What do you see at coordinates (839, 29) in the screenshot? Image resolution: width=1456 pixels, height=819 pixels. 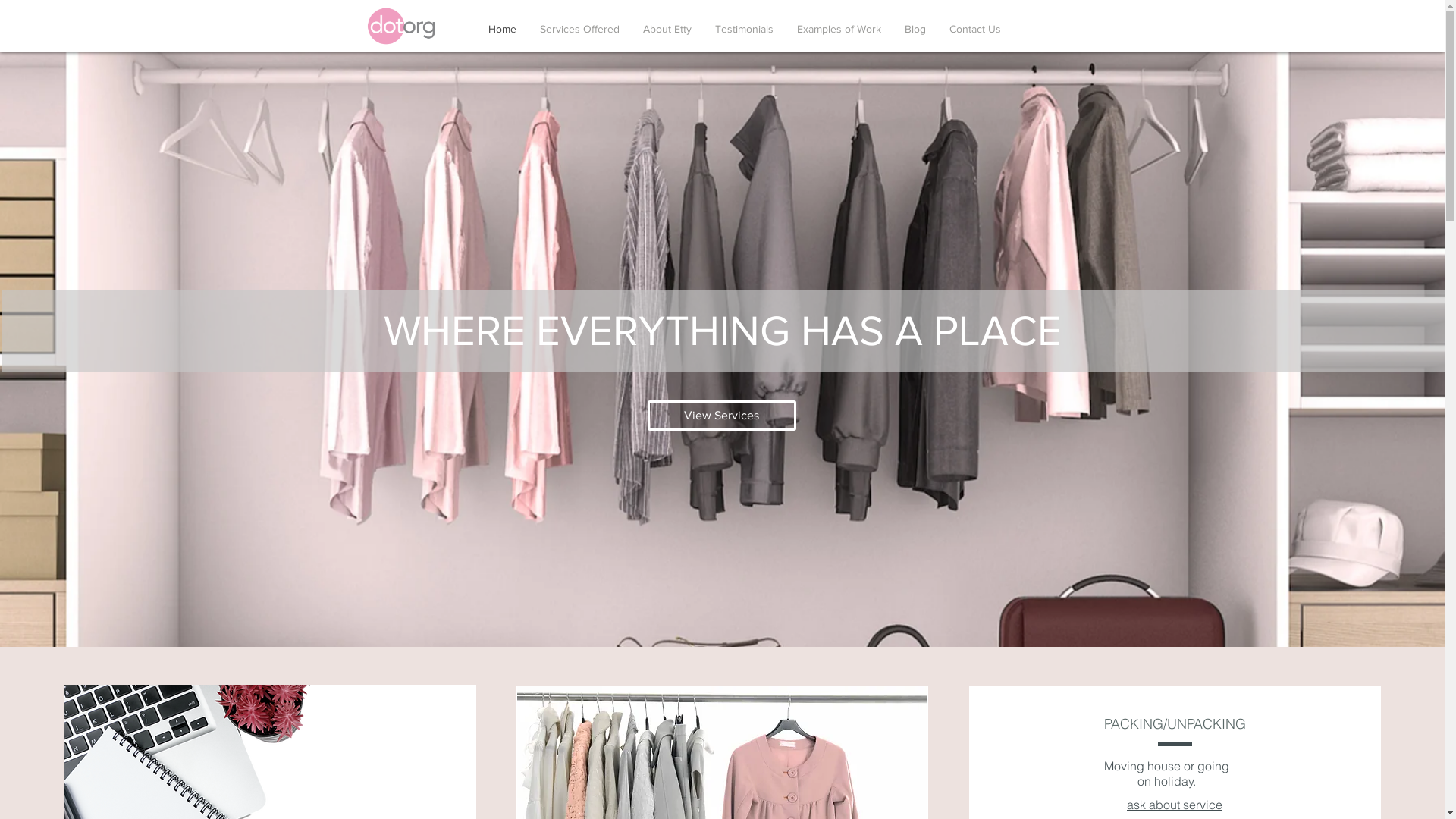 I see `'Examples of Work'` at bounding box center [839, 29].